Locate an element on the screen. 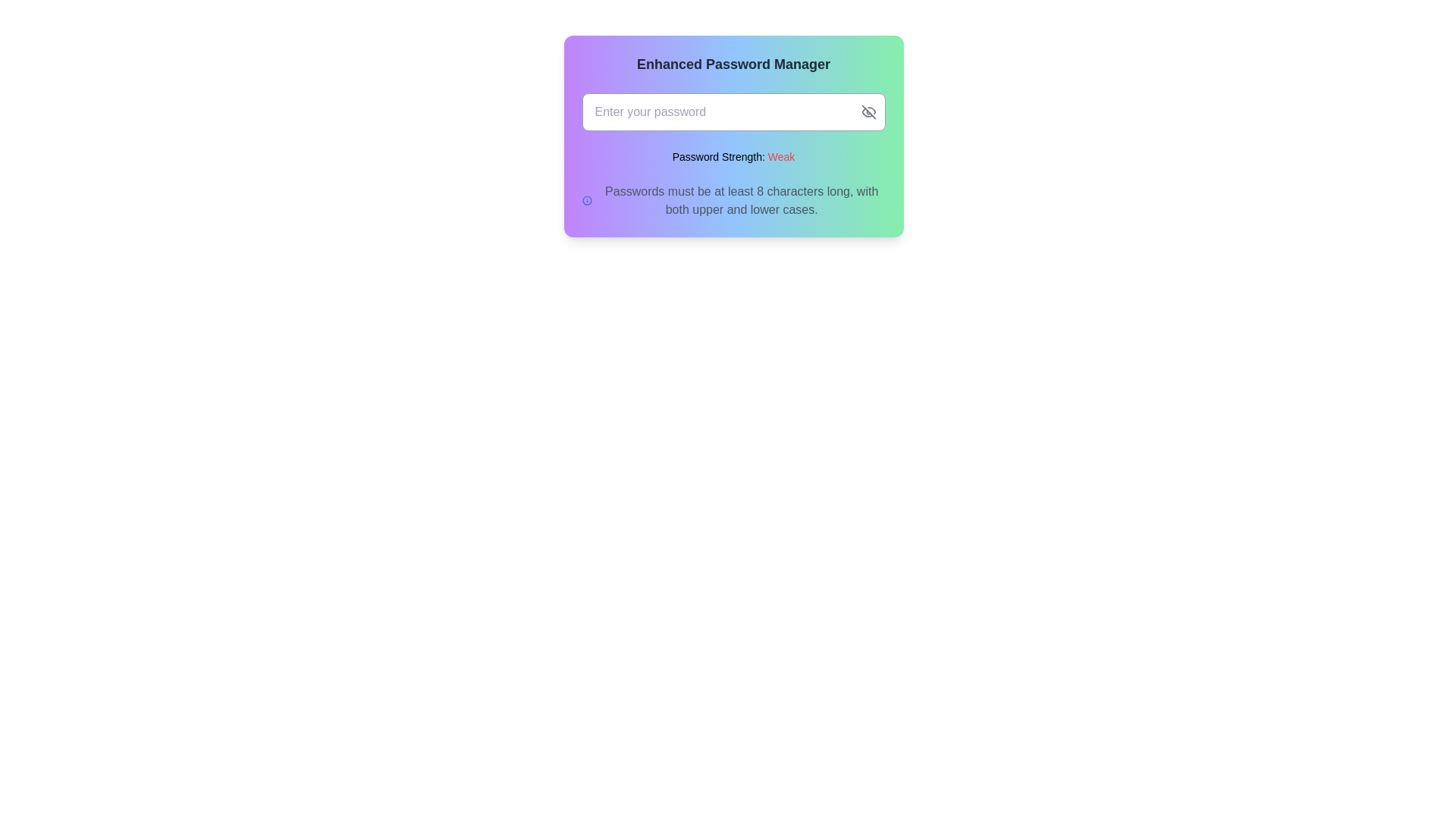 The width and height of the screenshot is (1456, 819). the lower curved line of the eye icon in the top right section of the password management dialog, which represents the action of toggling password visibility is located at coordinates (867, 111).